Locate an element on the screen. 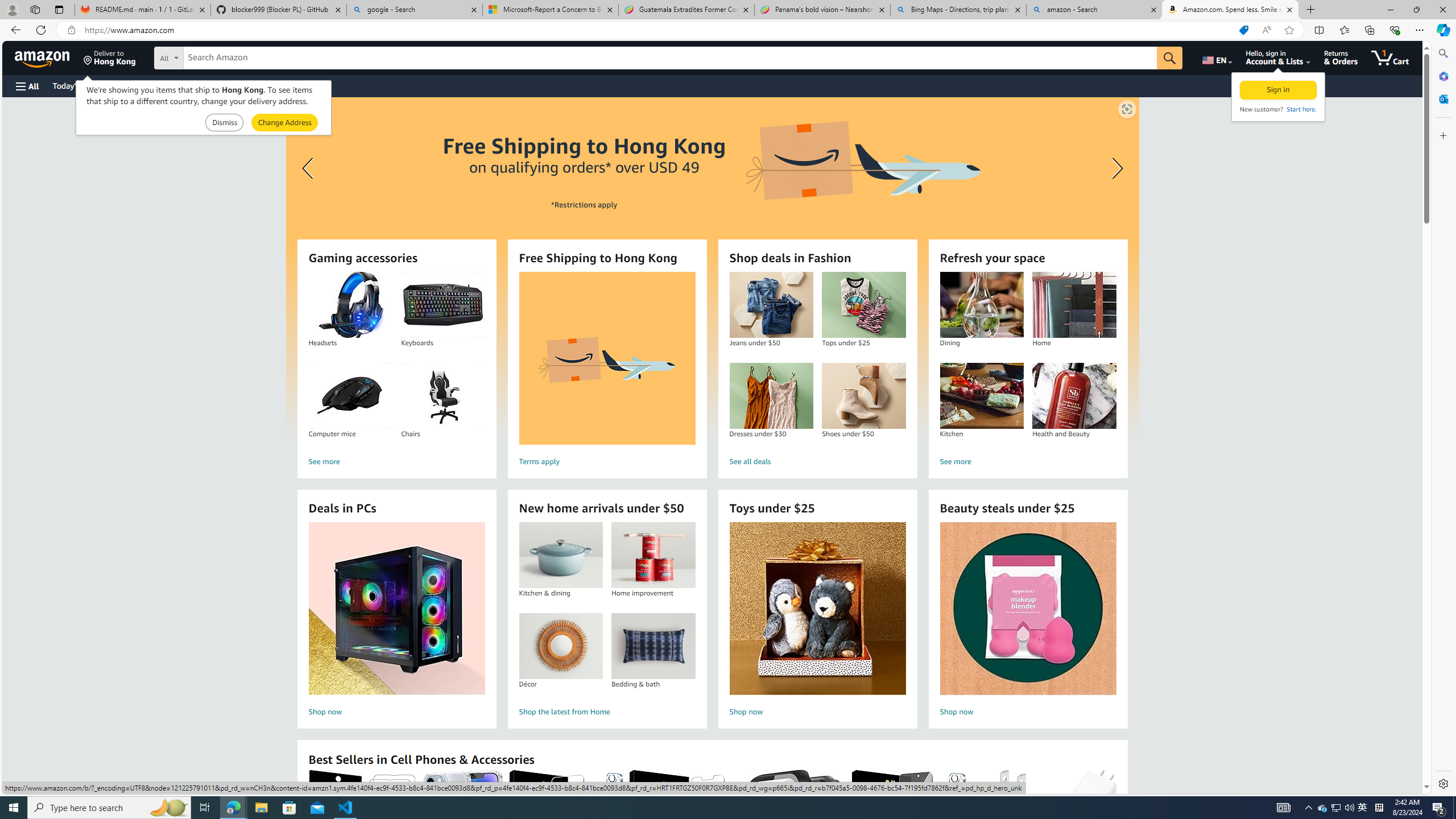 The height and width of the screenshot is (819, 1456). 'Health and Beauty' is located at coordinates (1074, 396).